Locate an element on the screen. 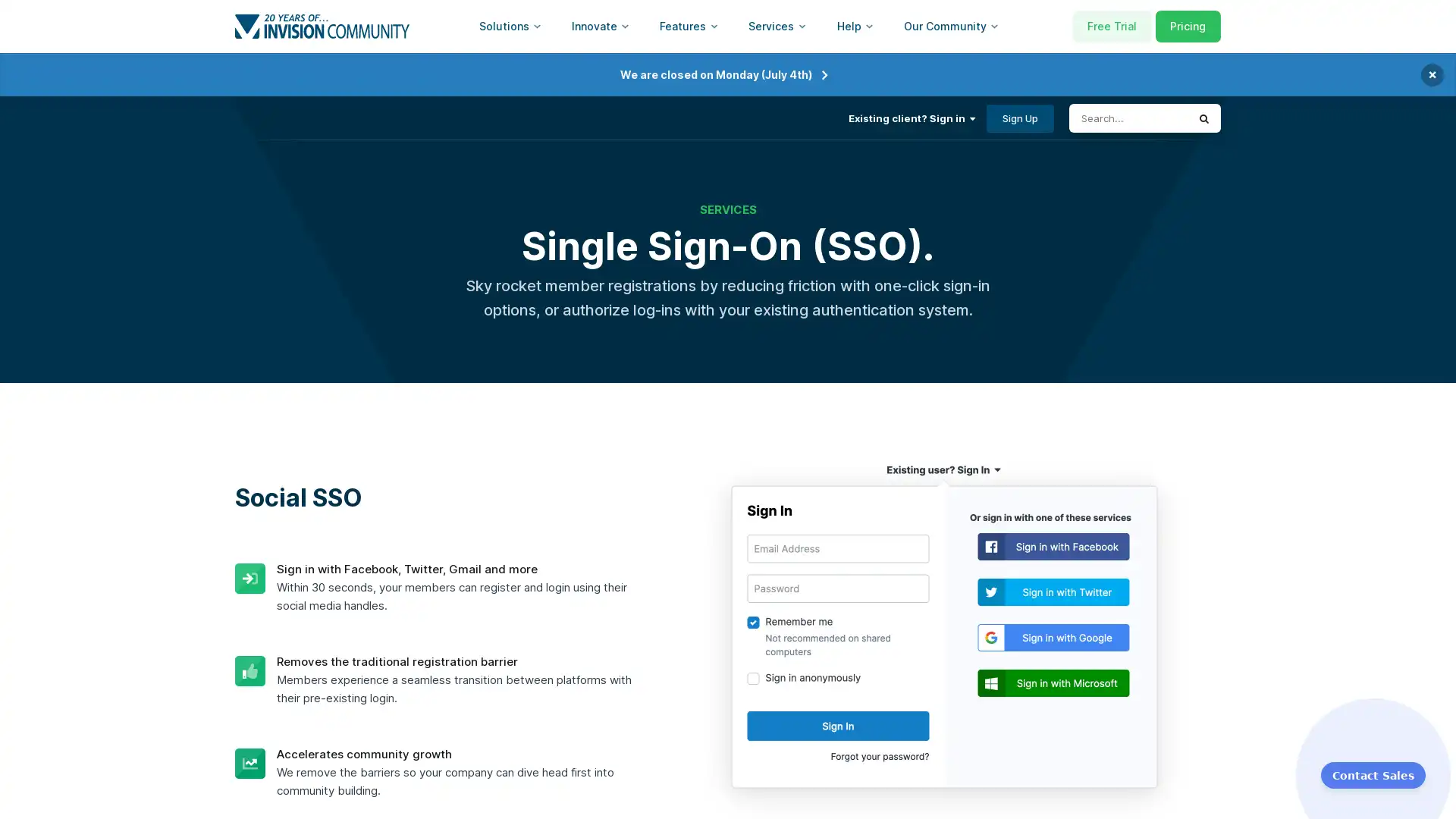 The height and width of the screenshot is (819, 1456). Help is located at coordinates (855, 26).